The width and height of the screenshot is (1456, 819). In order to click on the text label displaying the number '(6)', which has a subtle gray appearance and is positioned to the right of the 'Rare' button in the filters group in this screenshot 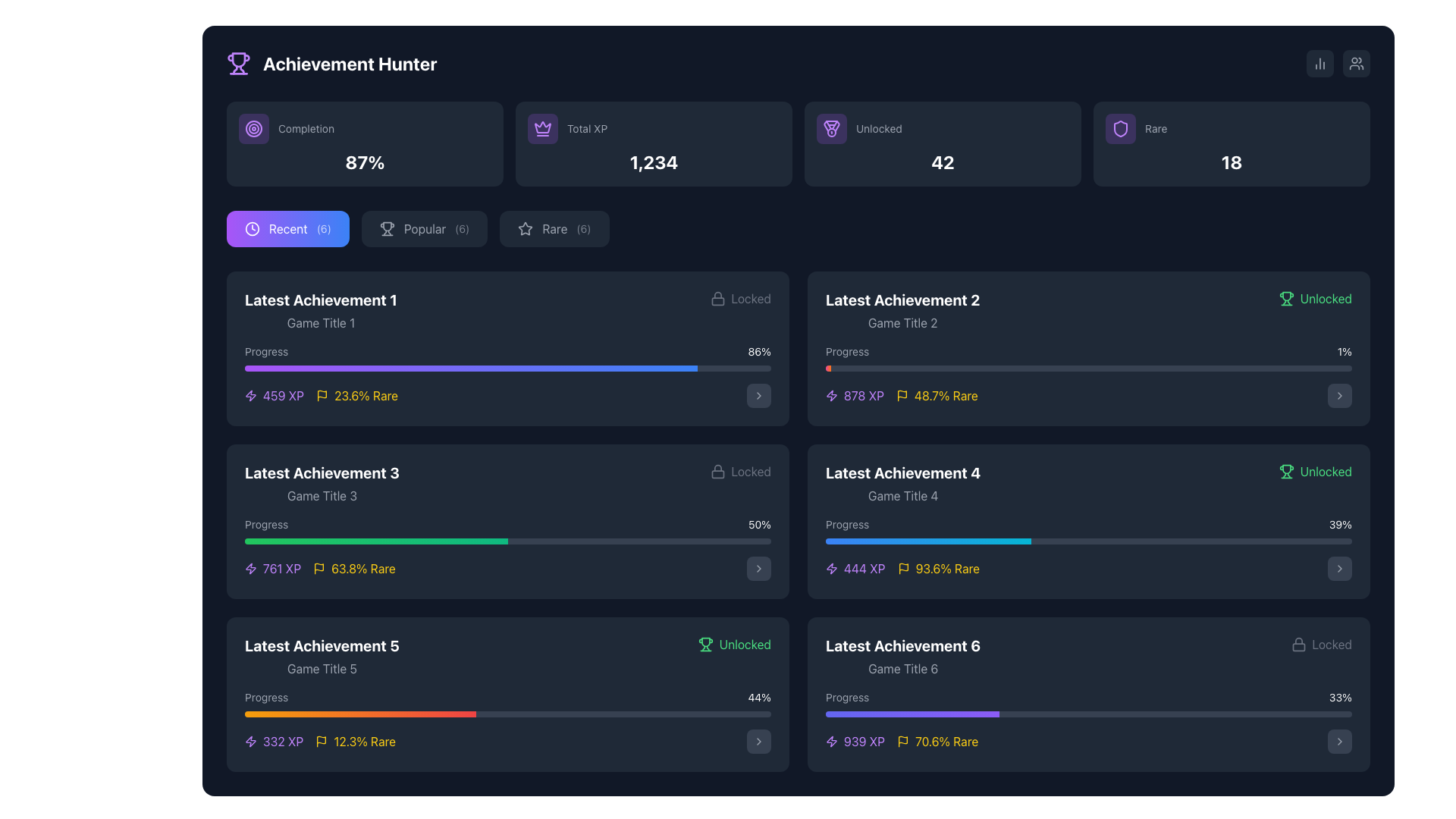, I will do `click(582, 228)`.